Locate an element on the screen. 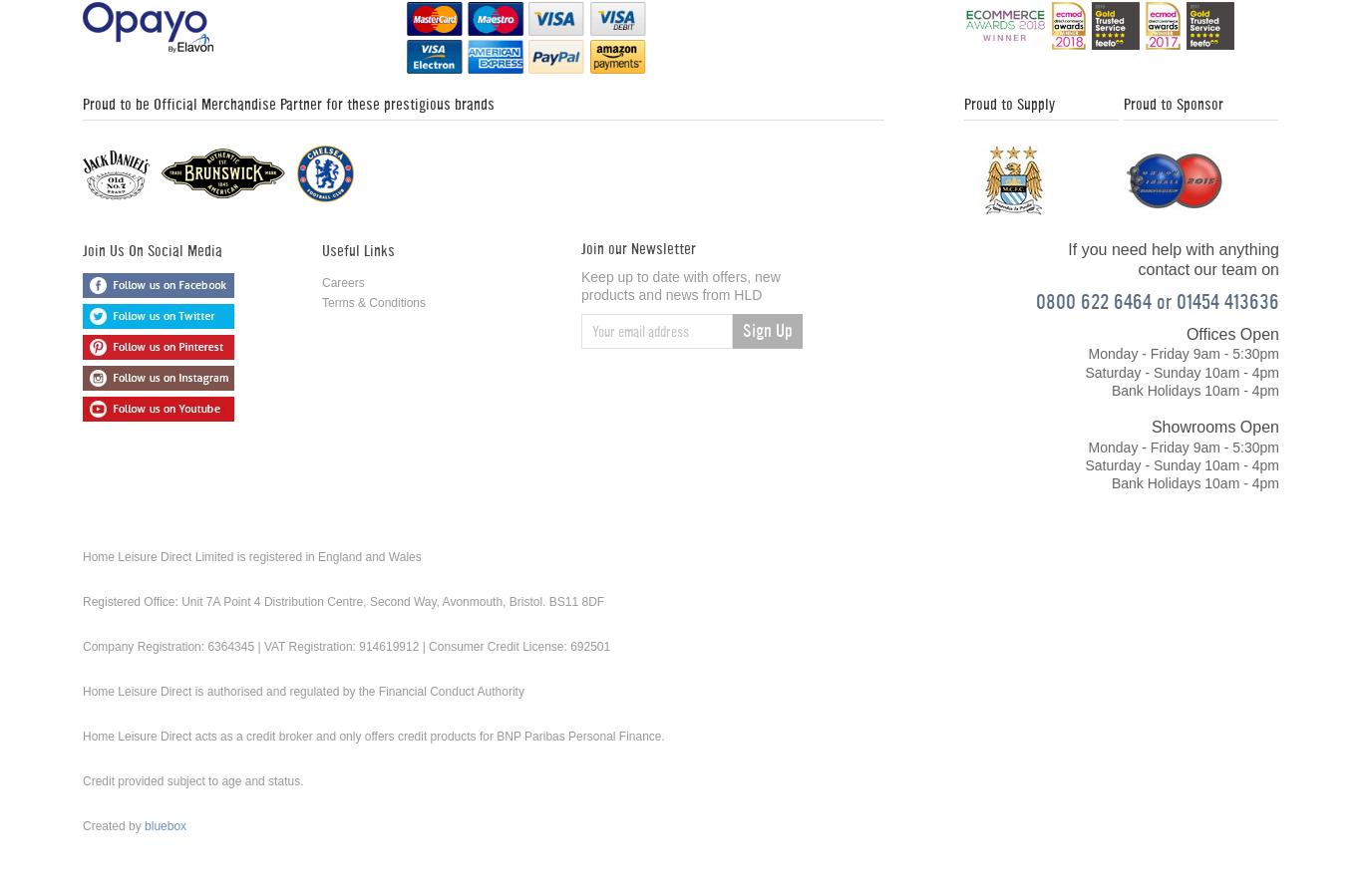 The width and height of the screenshot is (1362, 896). 'Credit provided subject to age and status.' is located at coordinates (191, 781).